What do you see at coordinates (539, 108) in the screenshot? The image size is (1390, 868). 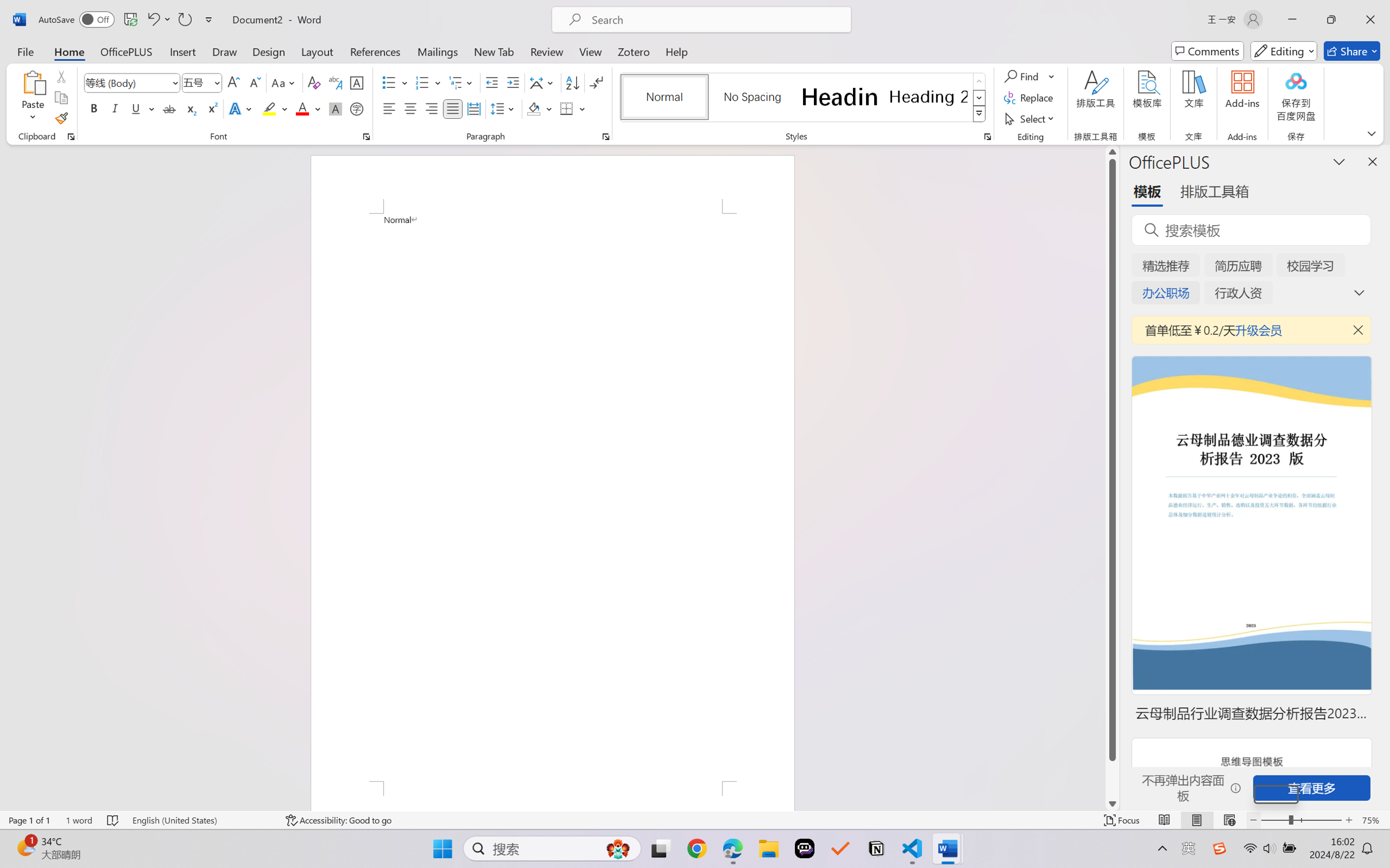 I see `'Shading'` at bounding box center [539, 108].